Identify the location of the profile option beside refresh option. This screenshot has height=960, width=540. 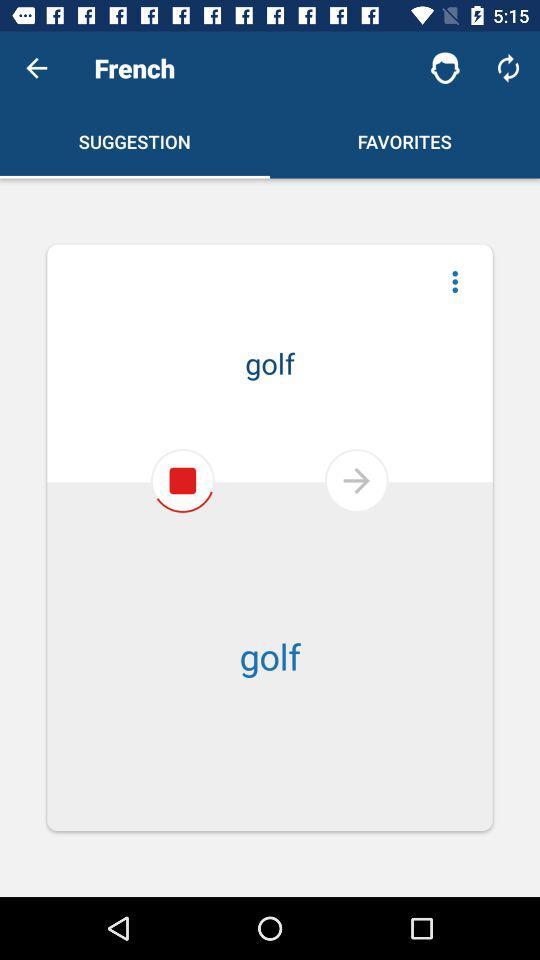
(445, 68).